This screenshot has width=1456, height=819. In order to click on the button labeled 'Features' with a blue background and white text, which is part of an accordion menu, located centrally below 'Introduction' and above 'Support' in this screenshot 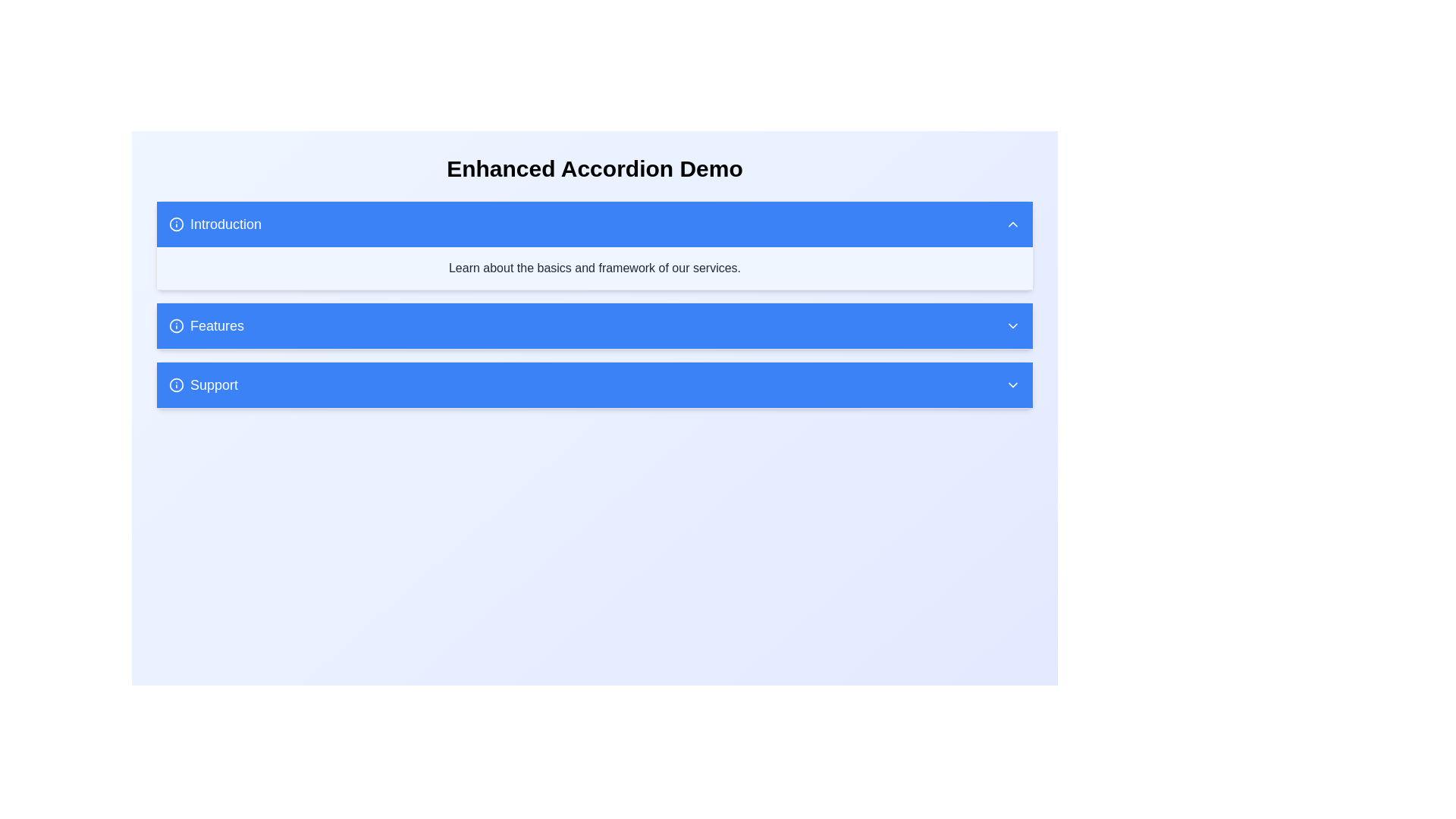, I will do `click(206, 325)`.